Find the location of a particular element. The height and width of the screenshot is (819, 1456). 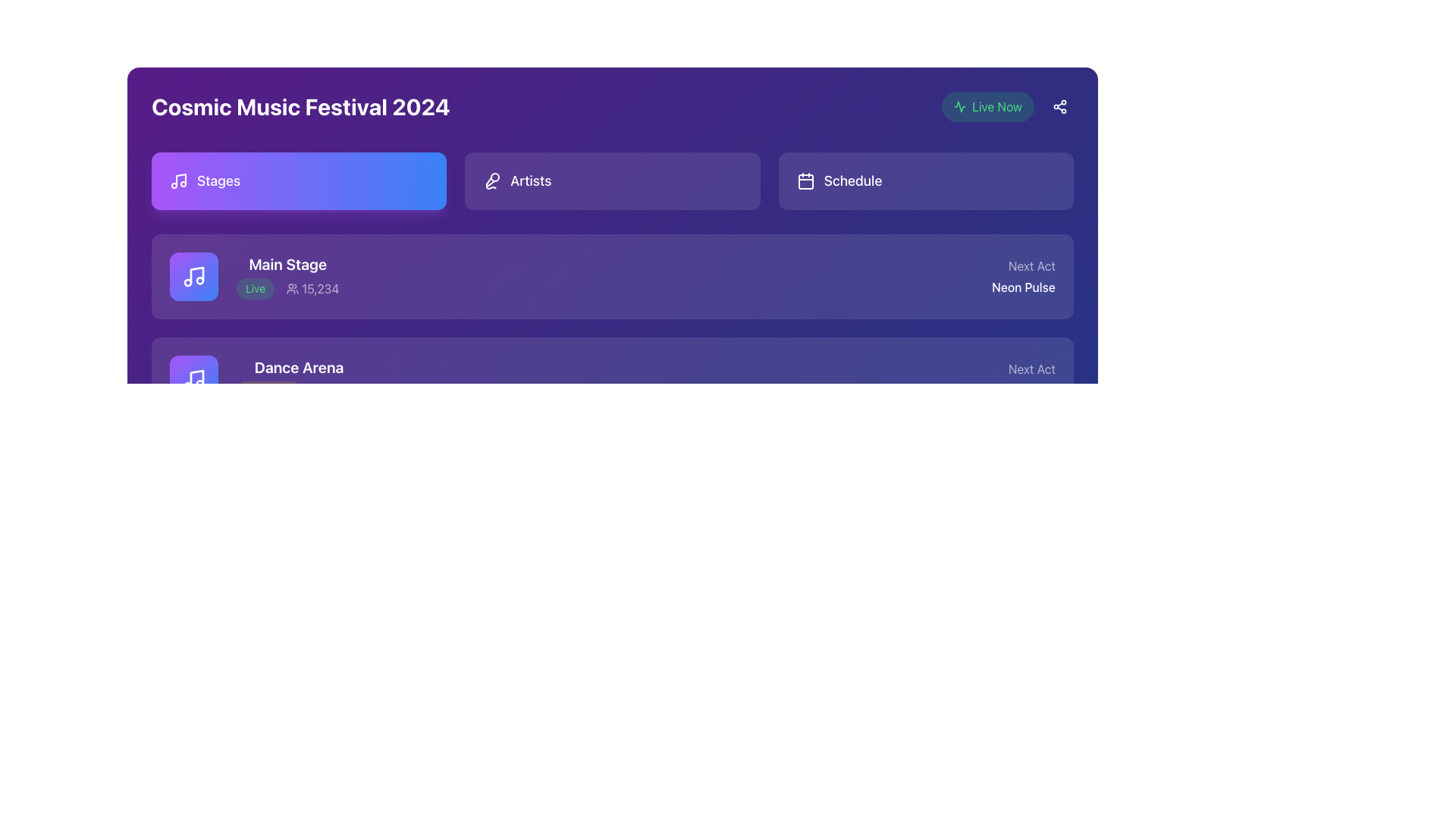

the 'Stages' text label, which serves as a navigation button directing to the 'Stages' section of the application, to potentially reveal additional details or visual effects is located at coordinates (218, 180).